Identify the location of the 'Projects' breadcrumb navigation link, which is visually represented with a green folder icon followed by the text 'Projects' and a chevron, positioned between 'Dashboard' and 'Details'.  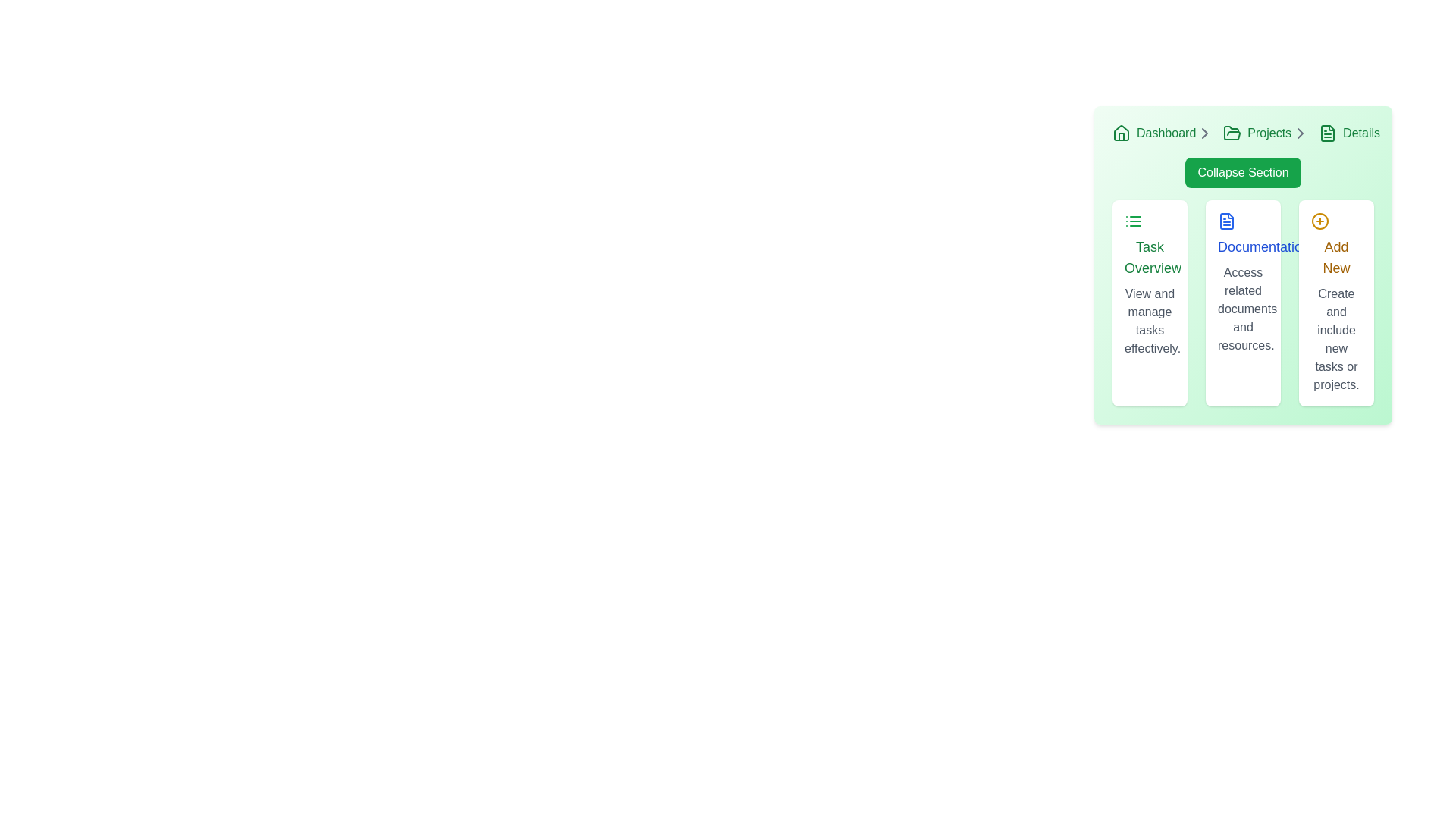
(1266, 133).